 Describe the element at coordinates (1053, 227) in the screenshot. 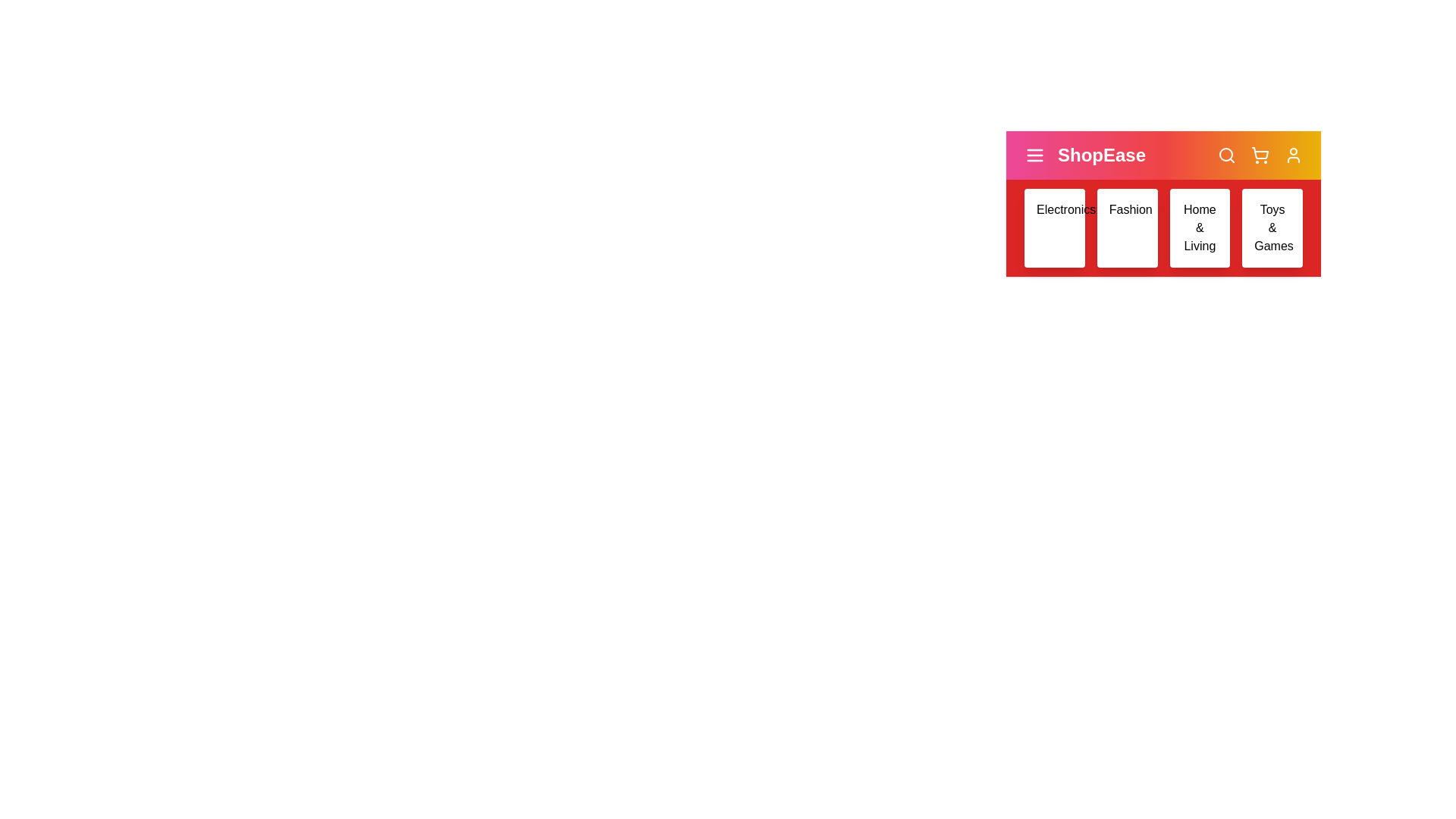

I see `the category Electronics in the dropdown menu` at that location.